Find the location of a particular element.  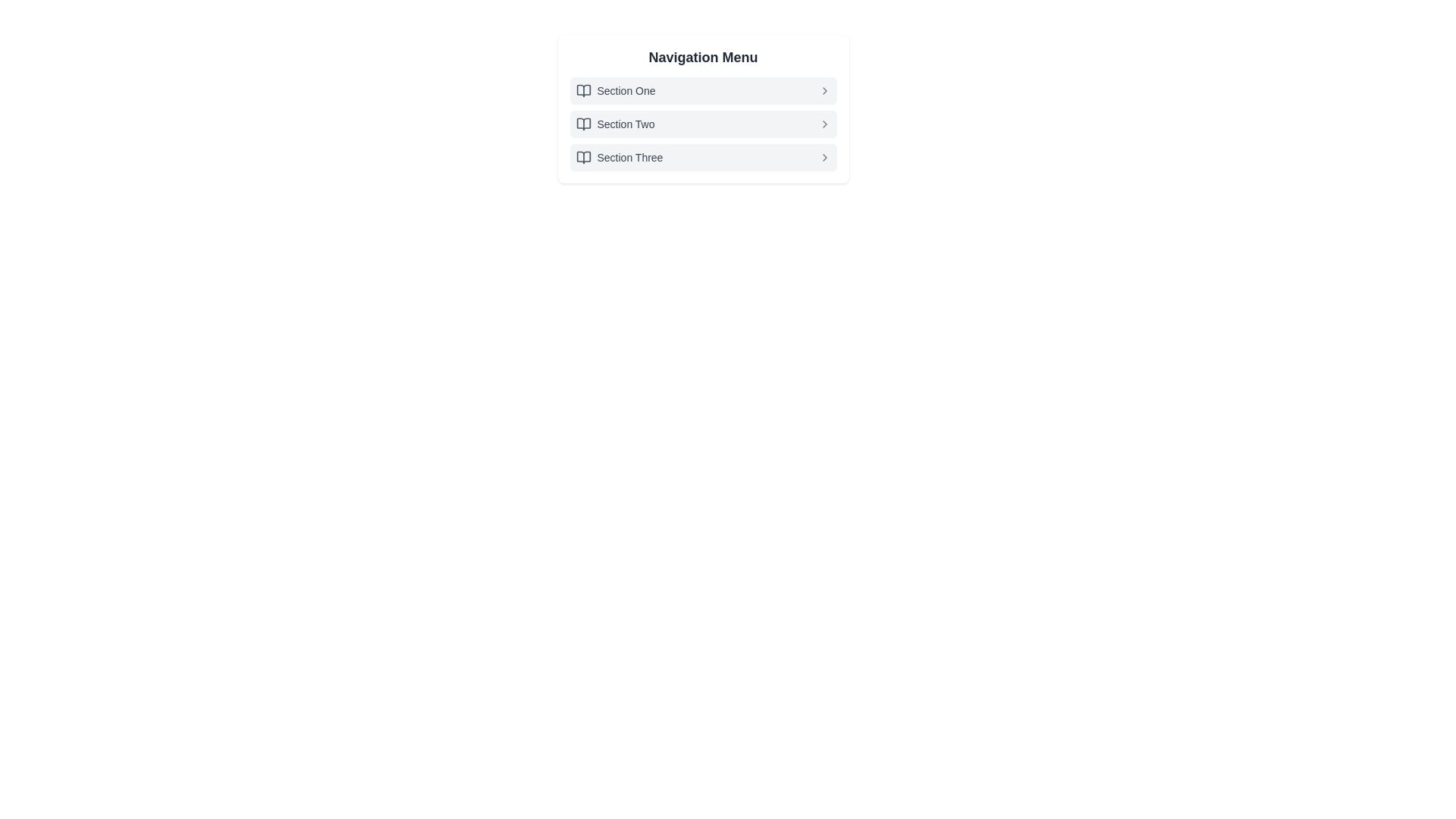

text from the header Text Label located at the top of the white card-like area, which categorizes the sections beneath it into a navigation menu is located at coordinates (702, 57).